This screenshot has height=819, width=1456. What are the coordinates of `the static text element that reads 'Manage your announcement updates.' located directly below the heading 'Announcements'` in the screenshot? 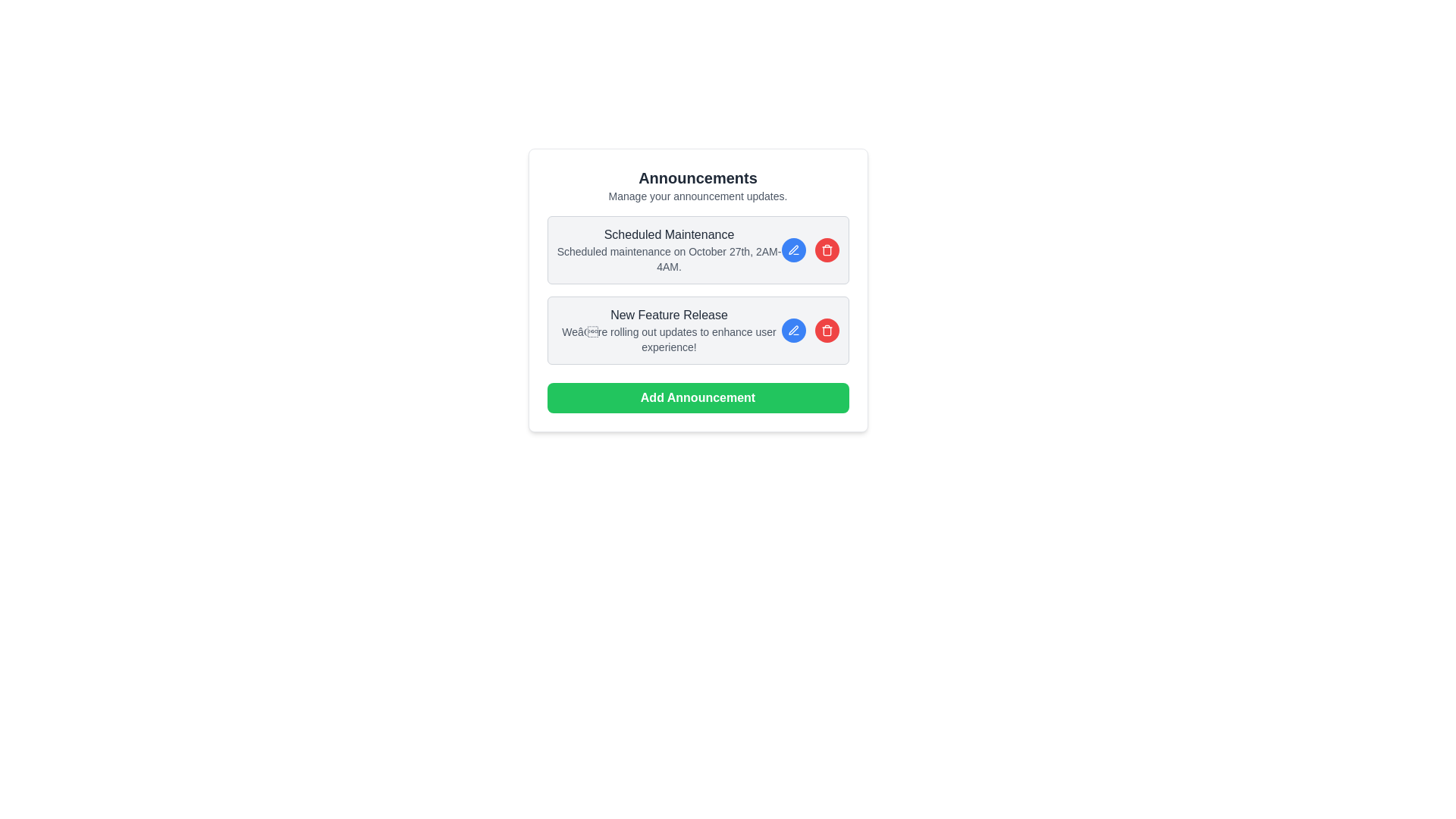 It's located at (697, 195).